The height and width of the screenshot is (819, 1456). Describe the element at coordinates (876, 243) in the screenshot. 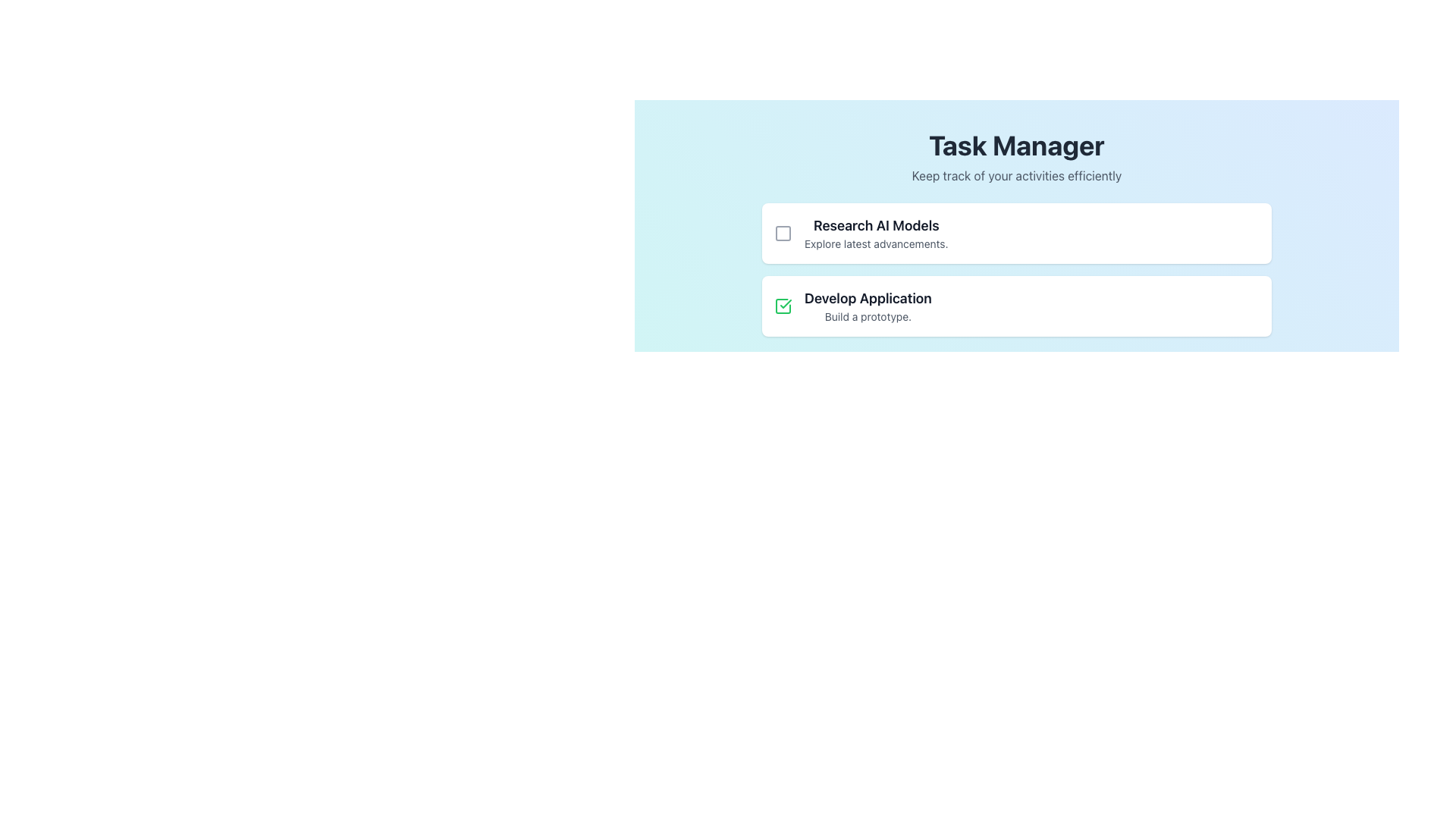

I see `the text label displaying 'Explore latest advancements.' which is located under the bolded title 'Research AI Models' in the task list` at that location.